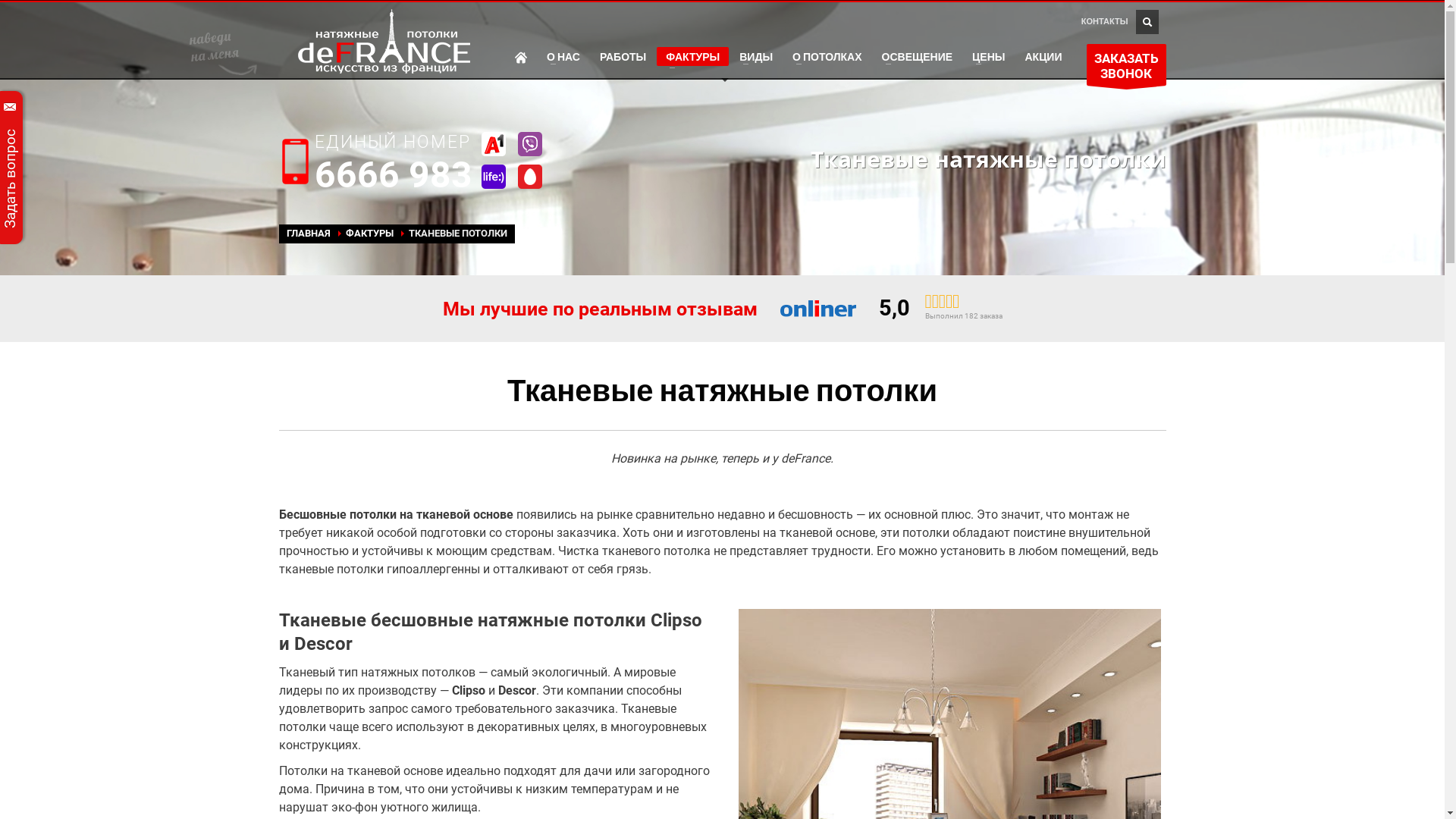 This screenshot has width=1456, height=819. What do you see at coordinates (893, 307) in the screenshot?
I see `'5,0'` at bounding box center [893, 307].